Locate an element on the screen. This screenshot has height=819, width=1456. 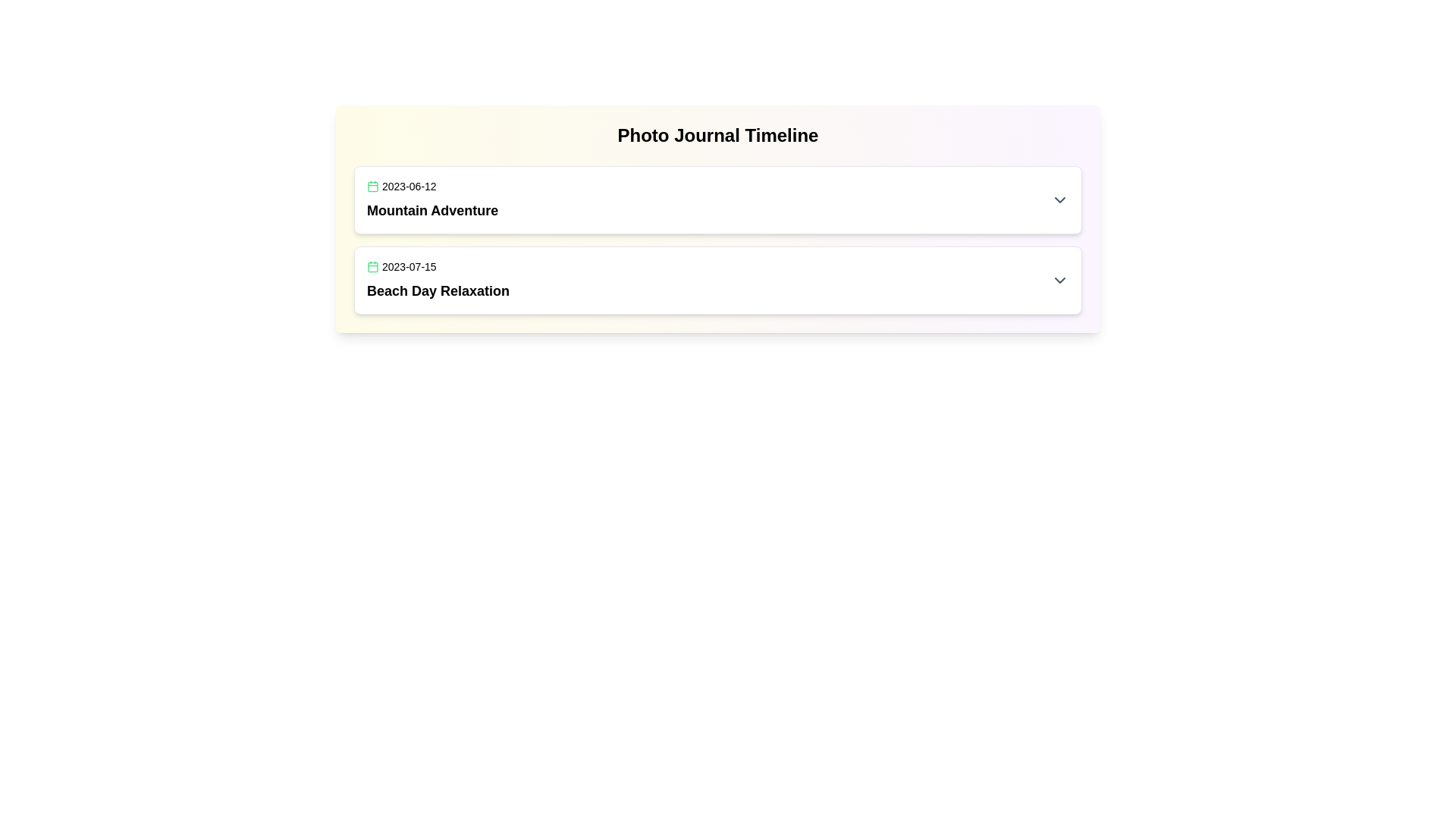
the prominent text element displaying 'Mountain Adventure' to highlight it is located at coordinates (431, 210).